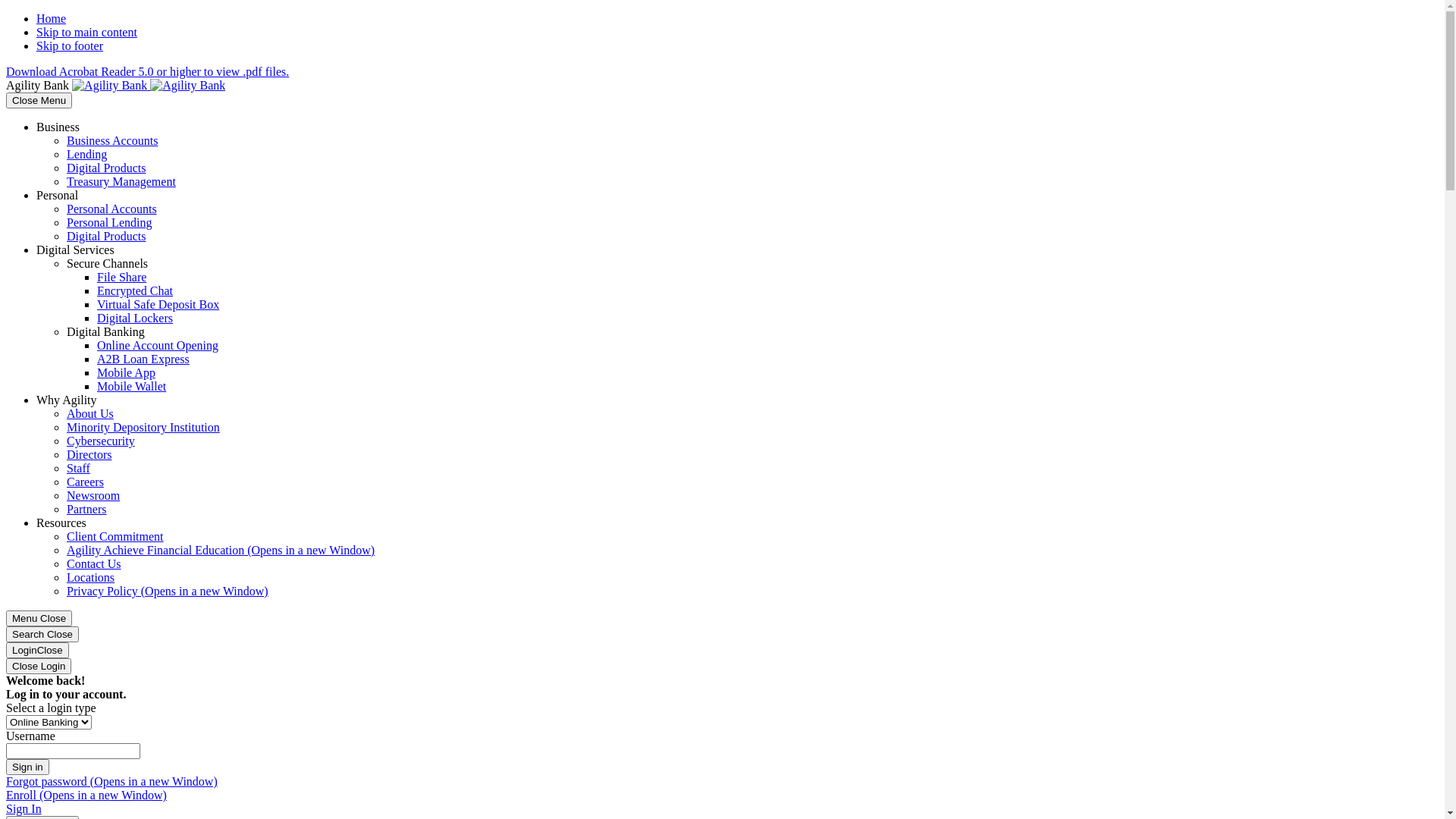 Image resolution: width=1456 pixels, height=819 pixels. What do you see at coordinates (220, 550) in the screenshot?
I see `'Agility Achieve Financial Education (Opens in a new Window)'` at bounding box center [220, 550].